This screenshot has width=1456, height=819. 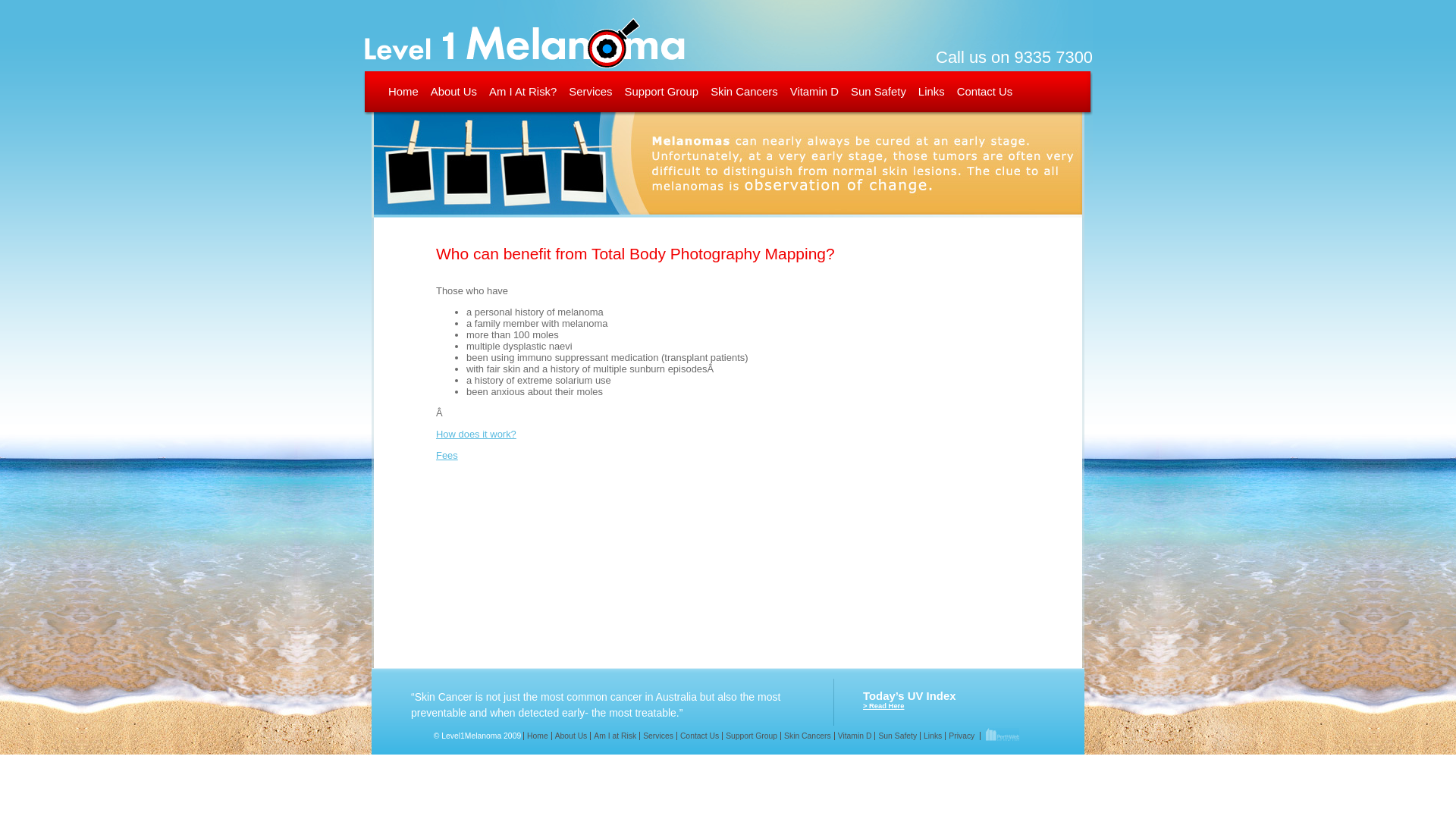 What do you see at coordinates (475, 434) in the screenshot?
I see `'How does it work?'` at bounding box center [475, 434].